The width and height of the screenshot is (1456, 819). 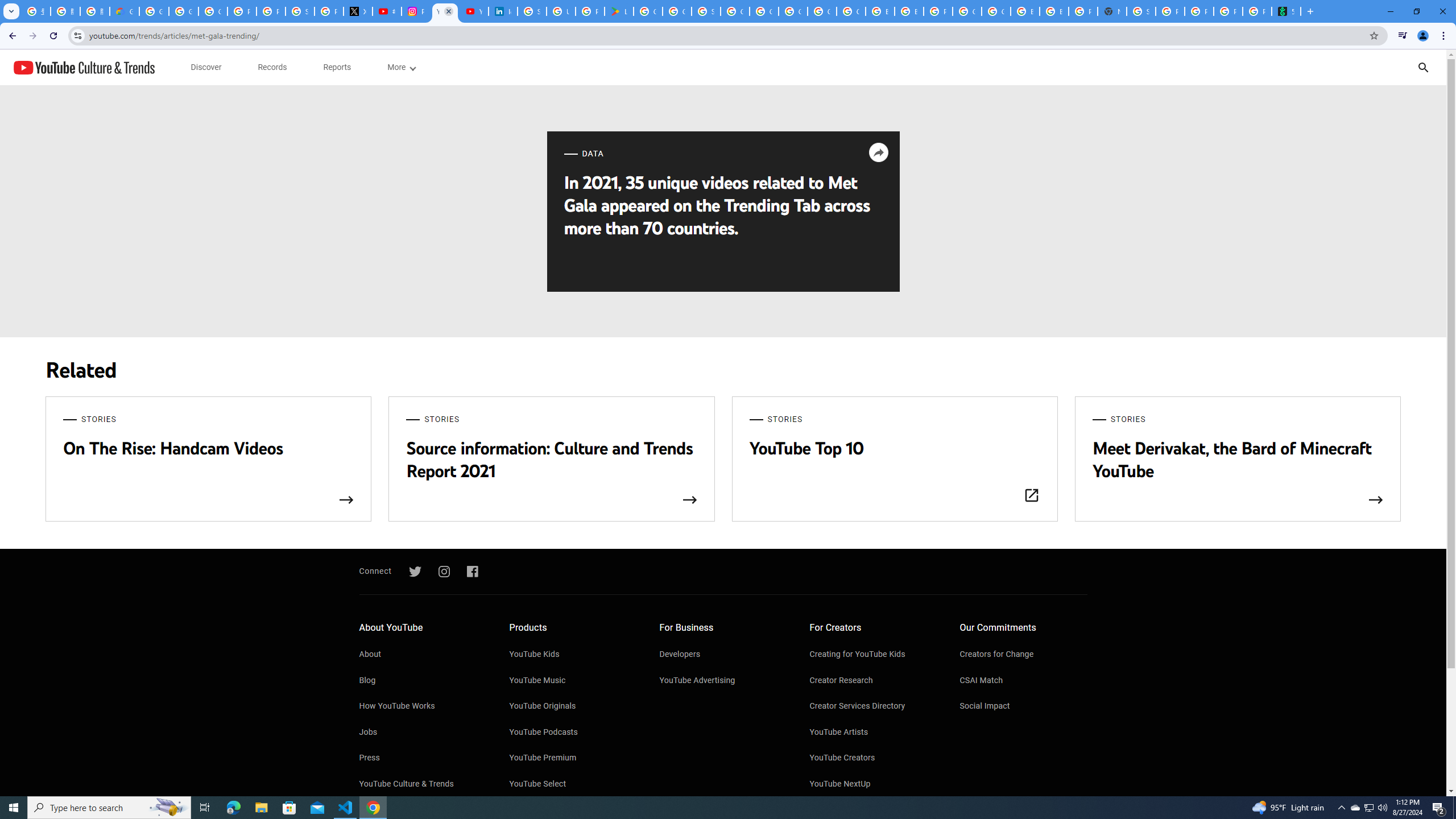 What do you see at coordinates (1023, 655) in the screenshot?
I see `'Creators for Change'` at bounding box center [1023, 655].